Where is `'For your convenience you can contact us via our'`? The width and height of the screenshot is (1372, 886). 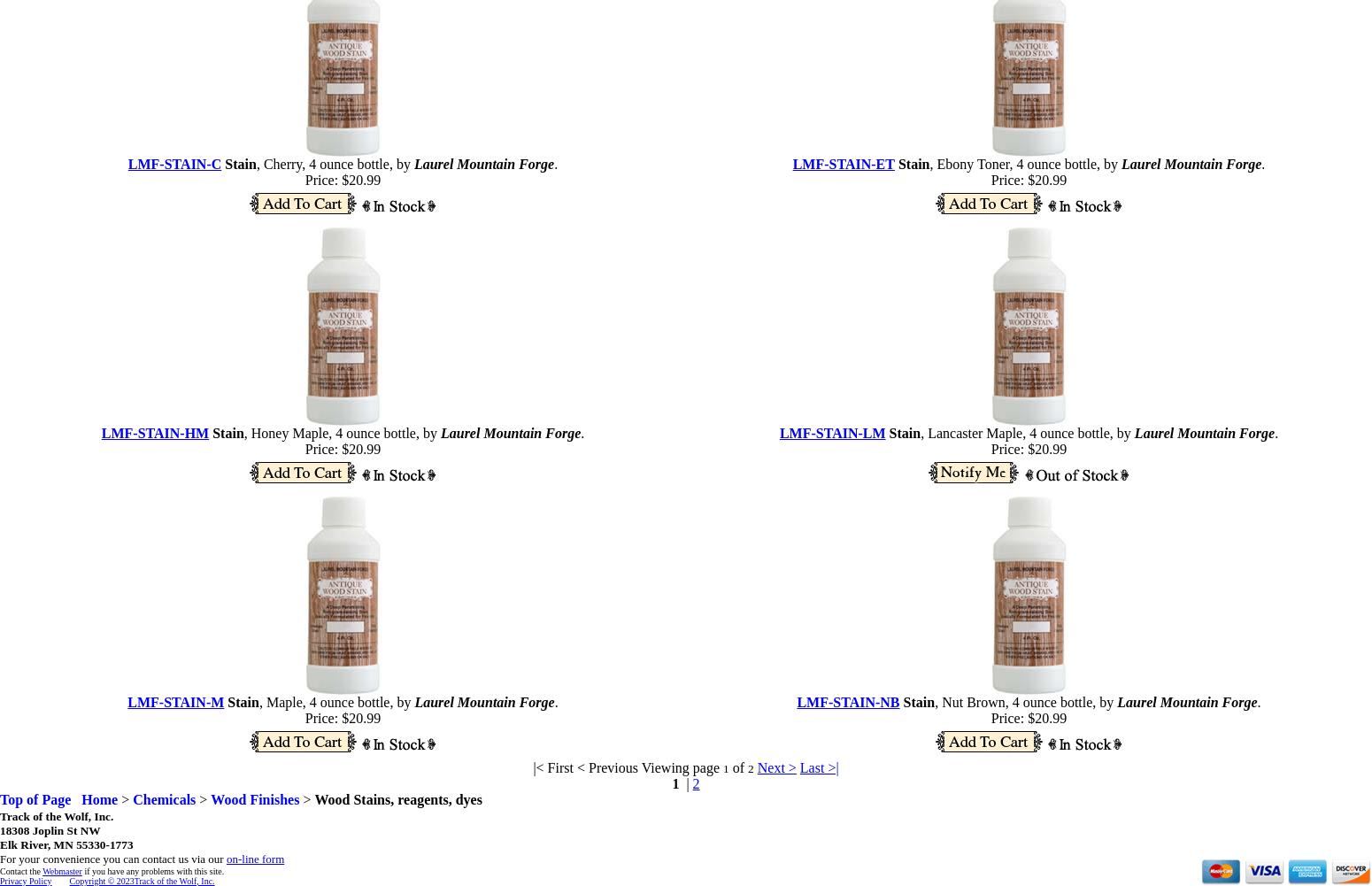
'For your convenience you can contact us via our' is located at coordinates (112, 857).